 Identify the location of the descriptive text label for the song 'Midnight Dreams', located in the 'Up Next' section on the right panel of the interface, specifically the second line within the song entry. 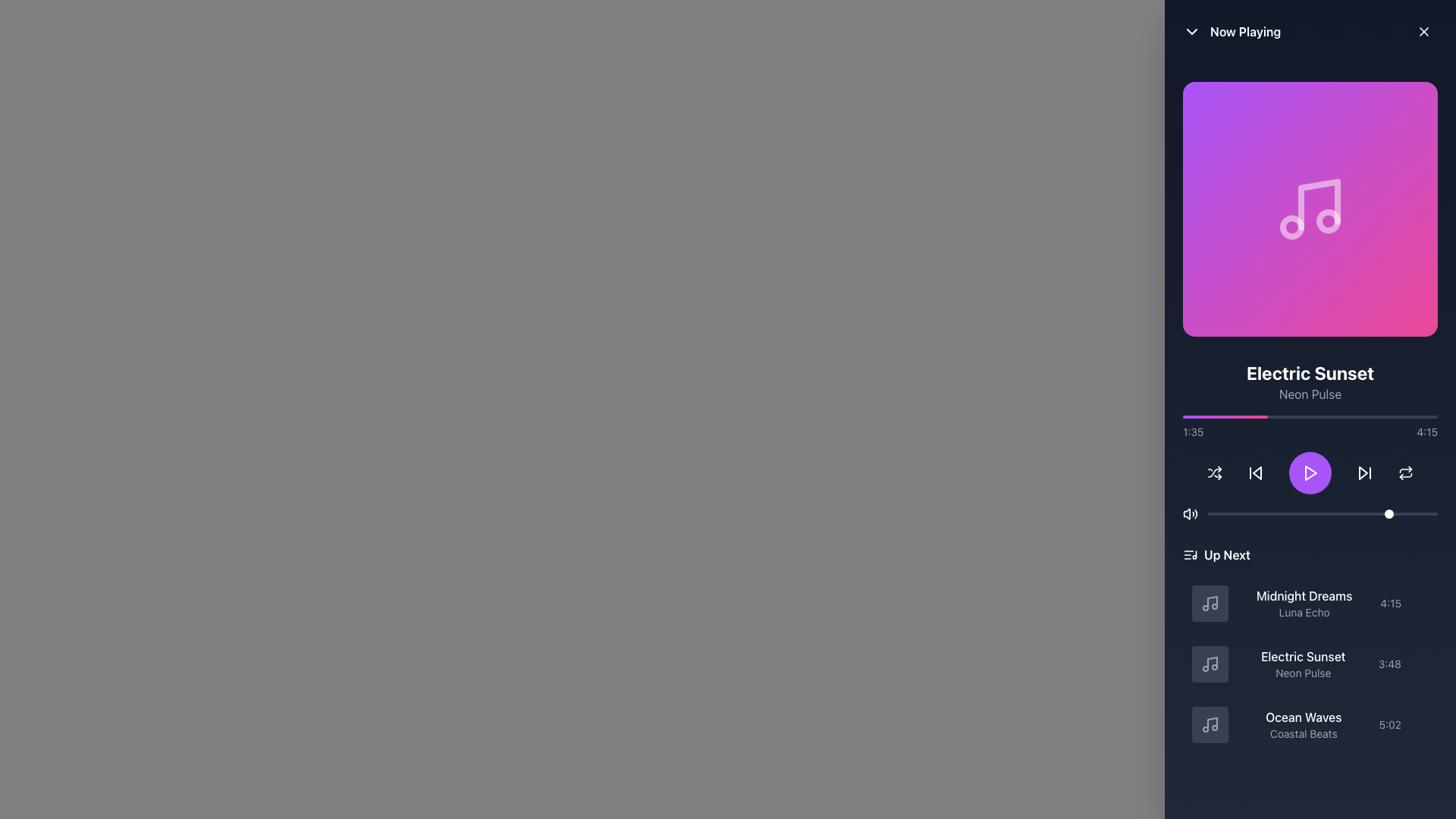
(1304, 611).